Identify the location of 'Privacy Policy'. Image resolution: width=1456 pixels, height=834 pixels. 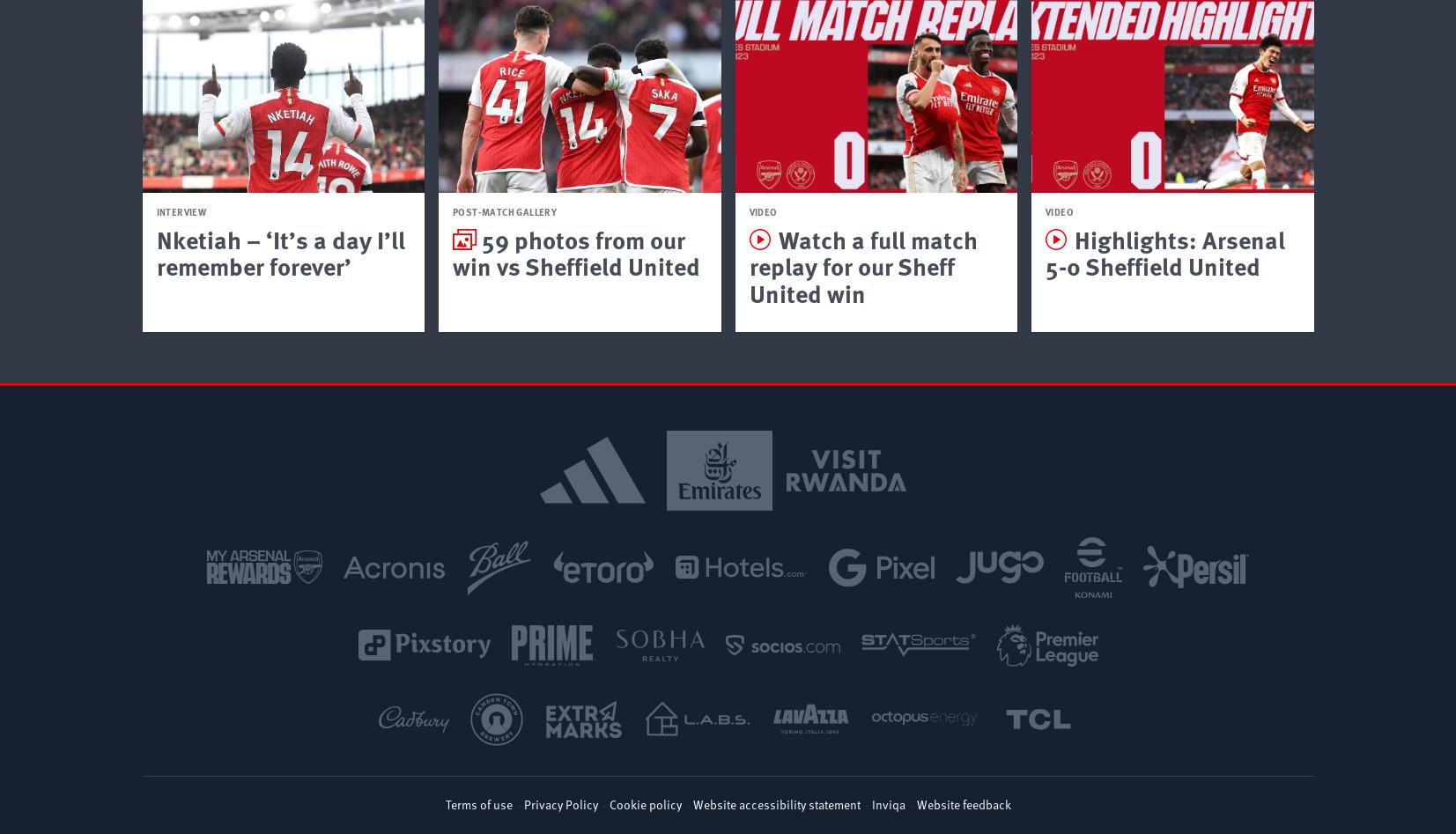
(559, 802).